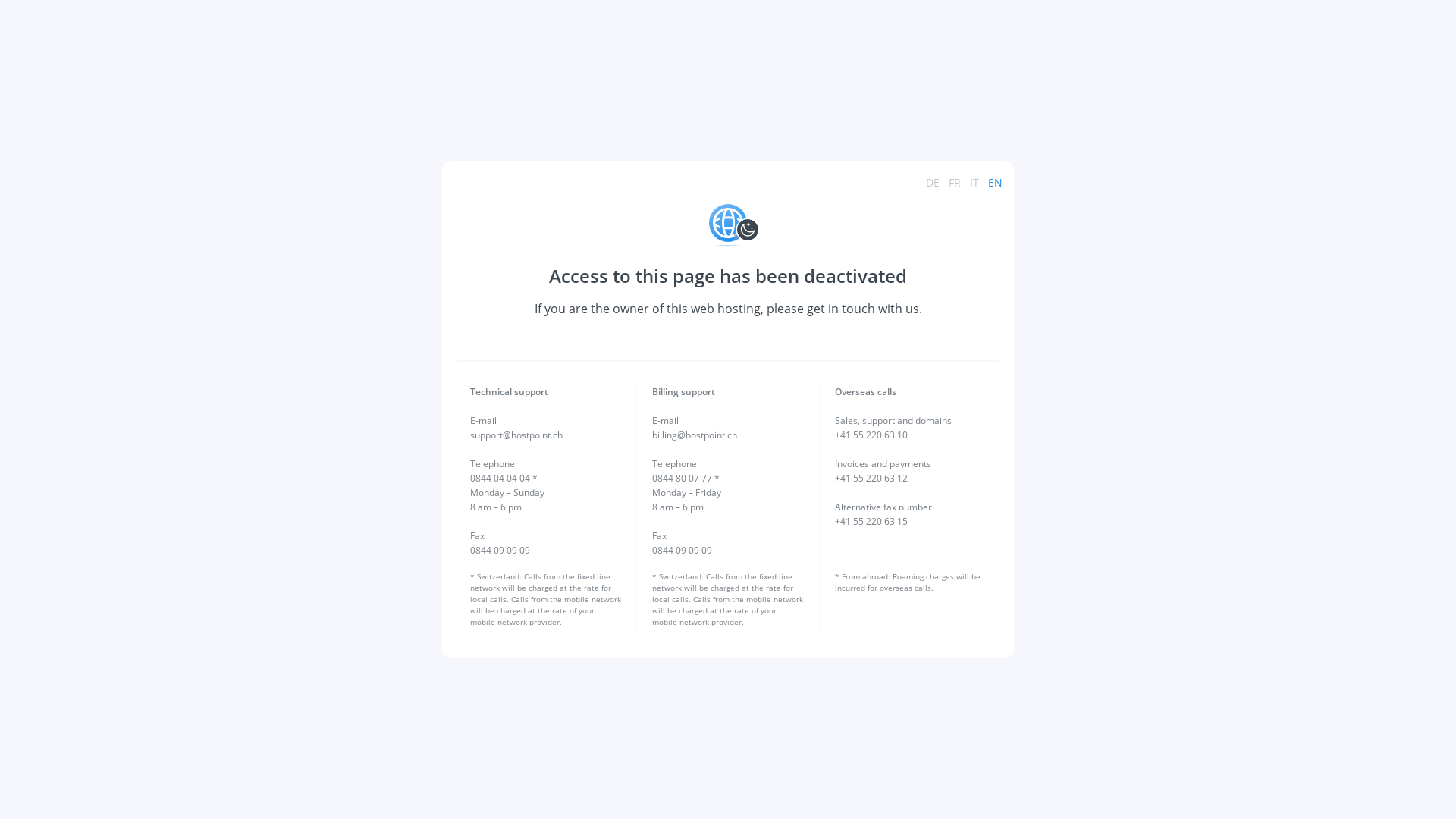 The image size is (1456, 819). What do you see at coordinates (651, 435) in the screenshot?
I see `'billing@hostpoint.ch'` at bounding box center [651, 435].